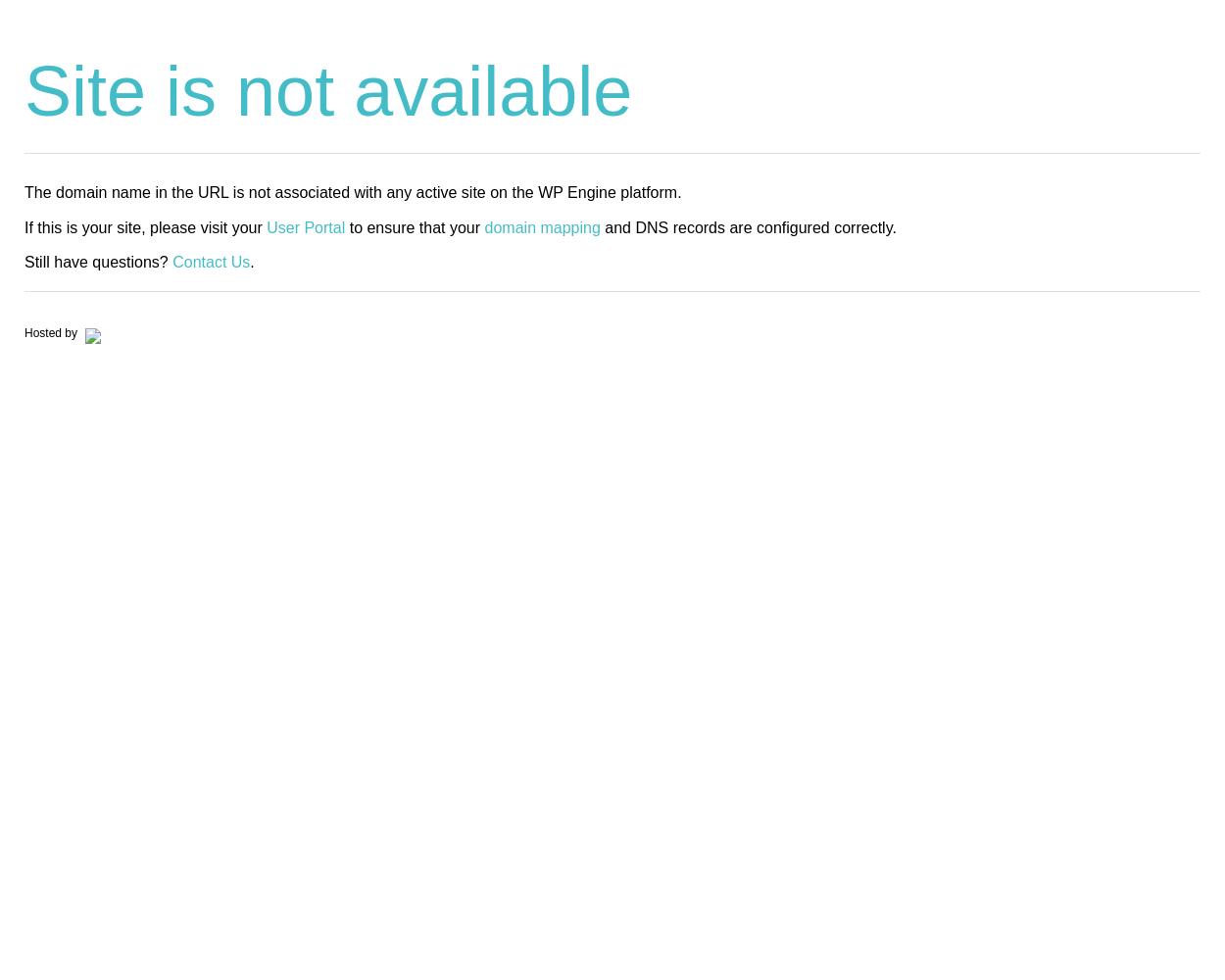 This screenshot has height=980, width=1225. I want to click on 'and DNS records are
        configured correctly.', so click(599, 225).